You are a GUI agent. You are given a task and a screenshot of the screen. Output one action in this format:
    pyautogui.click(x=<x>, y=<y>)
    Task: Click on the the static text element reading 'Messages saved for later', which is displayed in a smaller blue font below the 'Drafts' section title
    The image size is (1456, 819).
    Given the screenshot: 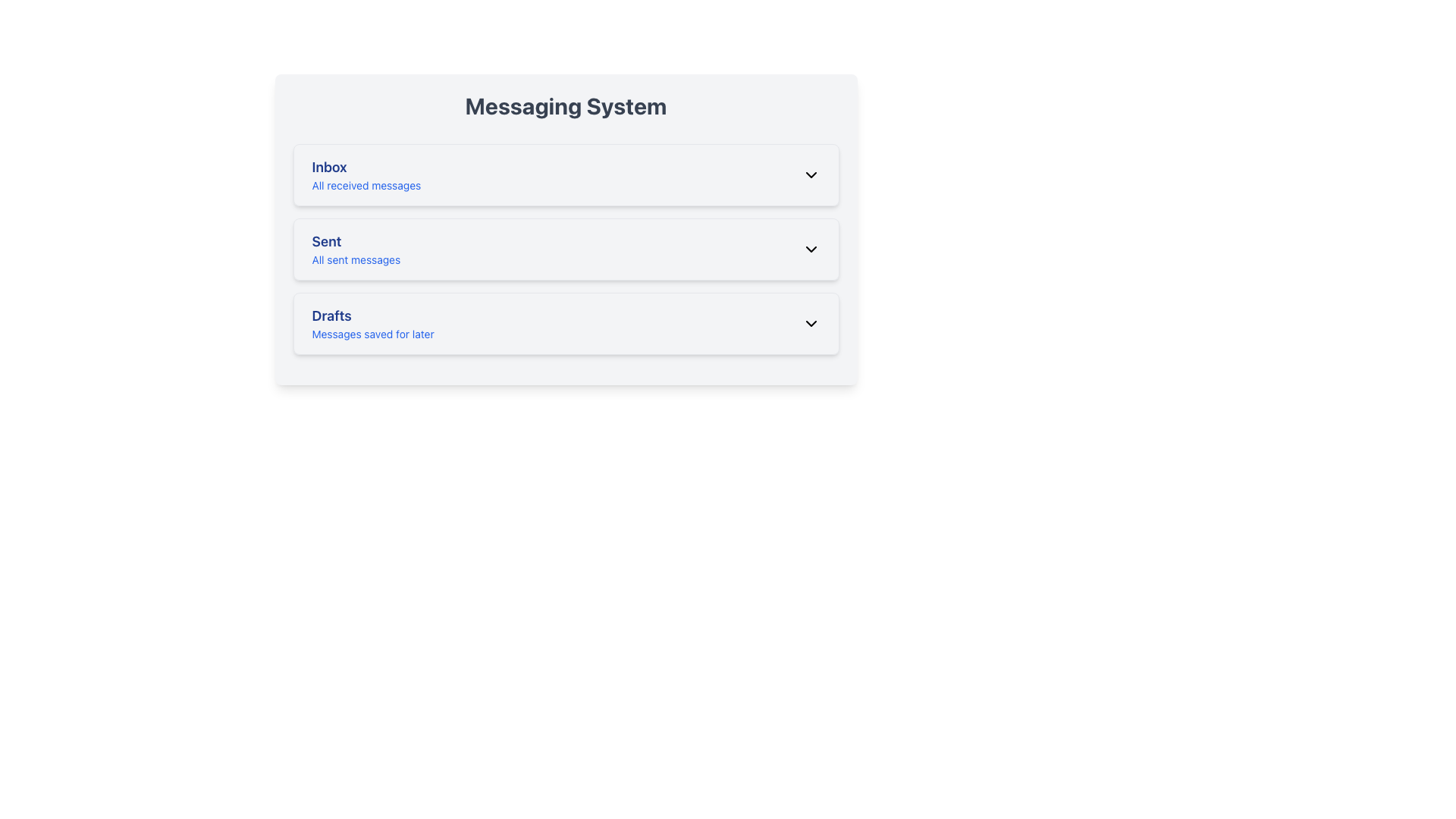 What is the action you would take?
    pyautogui.click(x=373, y=333)
    